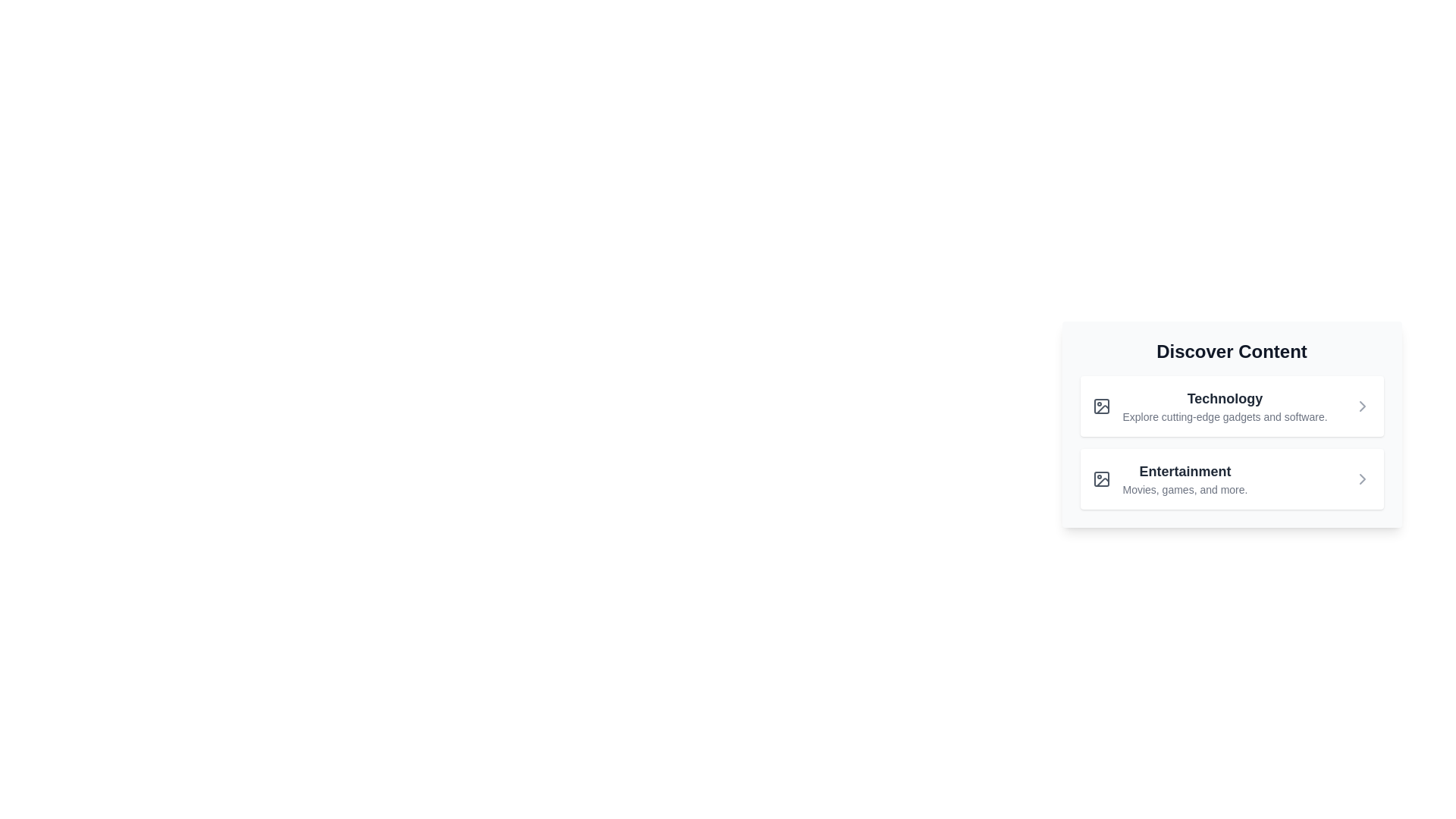  What do you see at coordinates (1225, 406) in the screenshot?
I see `the 'Technology' text element within the selectable card located in the 'Discover Content' section to potentially reveal additional options or tooltips` at bounding box center [1225, 406].